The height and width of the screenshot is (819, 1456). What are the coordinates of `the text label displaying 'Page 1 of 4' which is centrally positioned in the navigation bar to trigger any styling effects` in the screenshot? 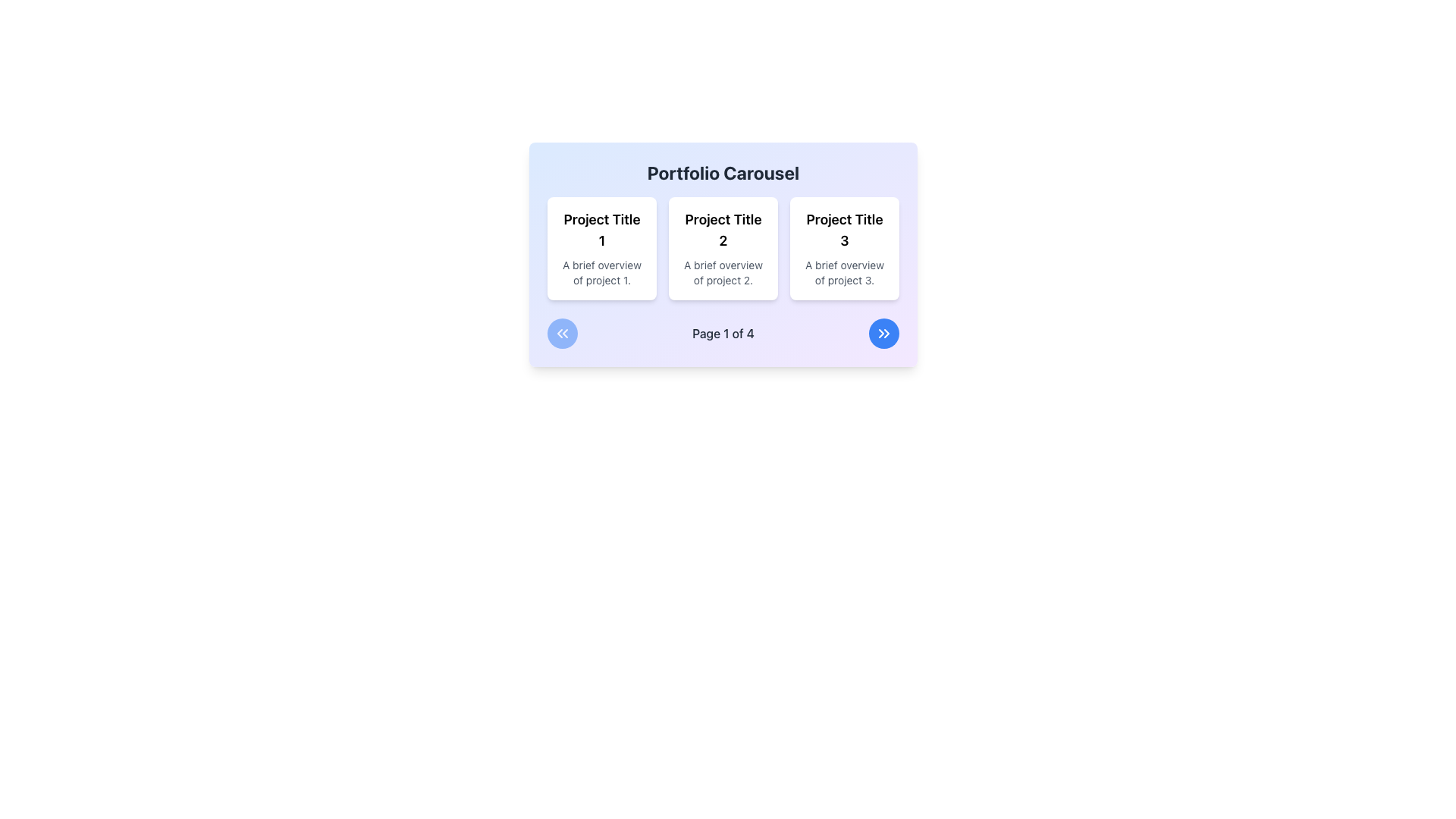 It's located at (723, 332).